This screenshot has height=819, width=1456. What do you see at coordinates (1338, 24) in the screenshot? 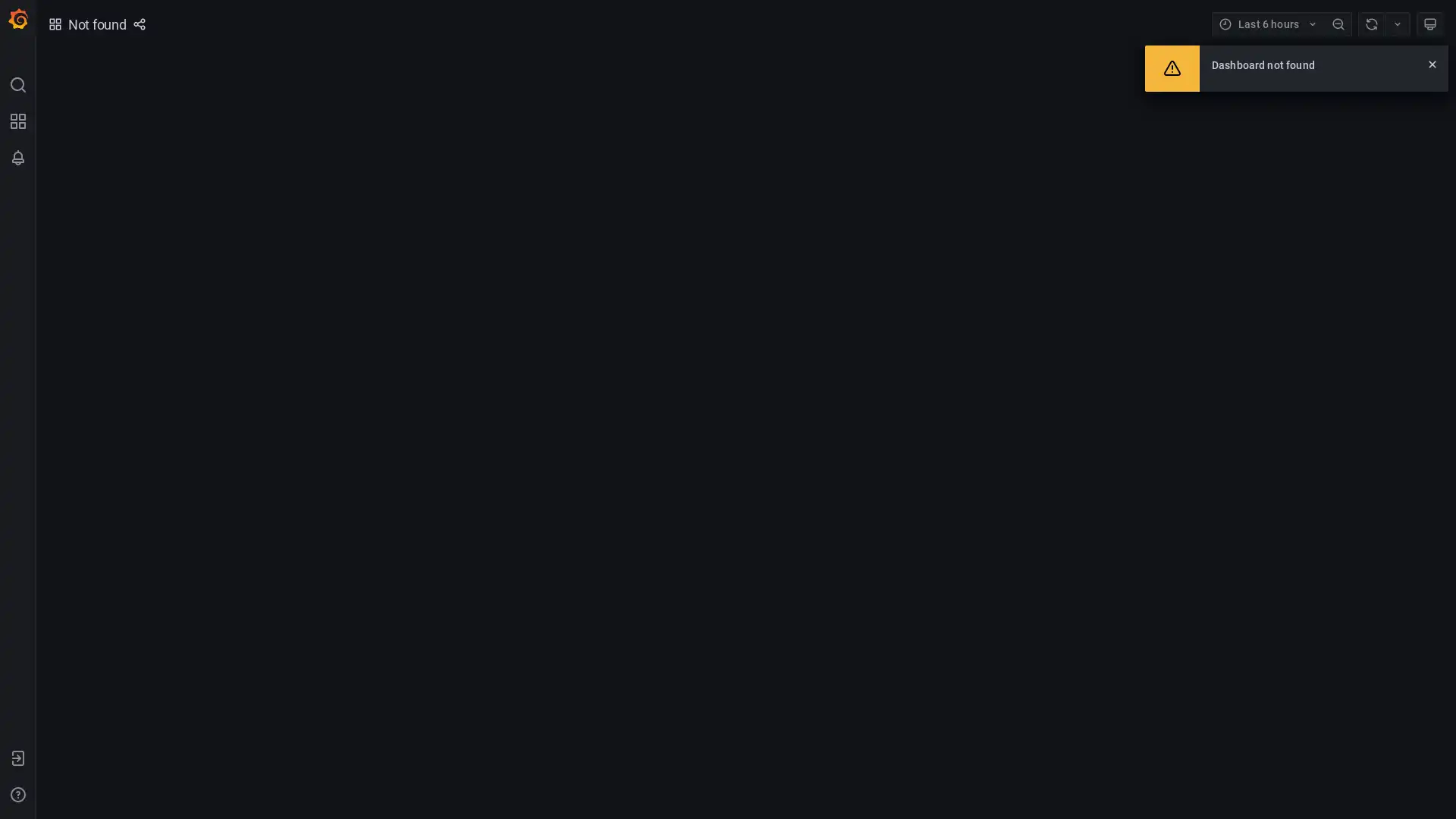
I see `Zoom out time range` at bounding box center [1338, 24].